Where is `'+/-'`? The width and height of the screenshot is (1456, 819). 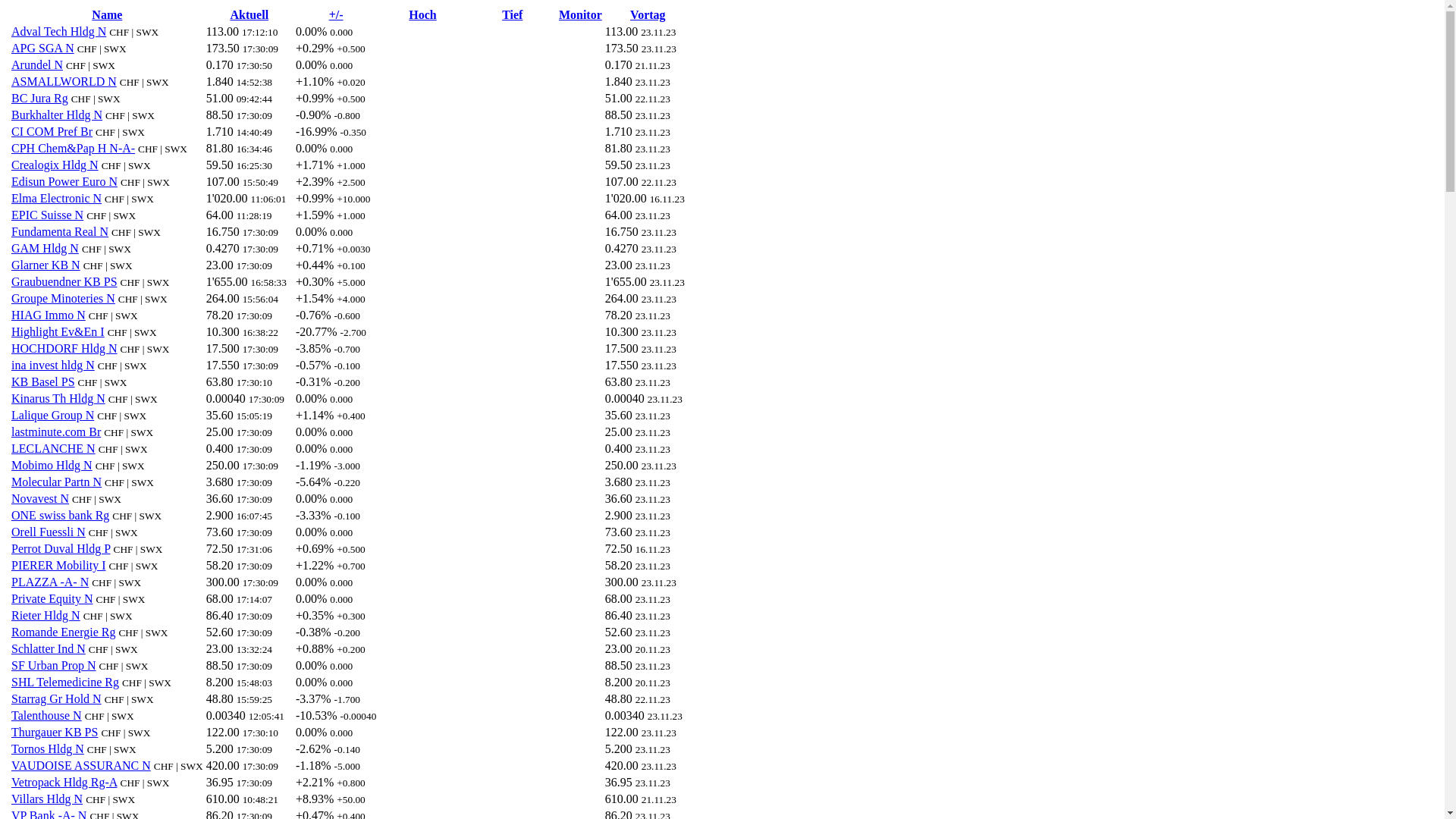
'+/-' is located at coordinates (335, 14).